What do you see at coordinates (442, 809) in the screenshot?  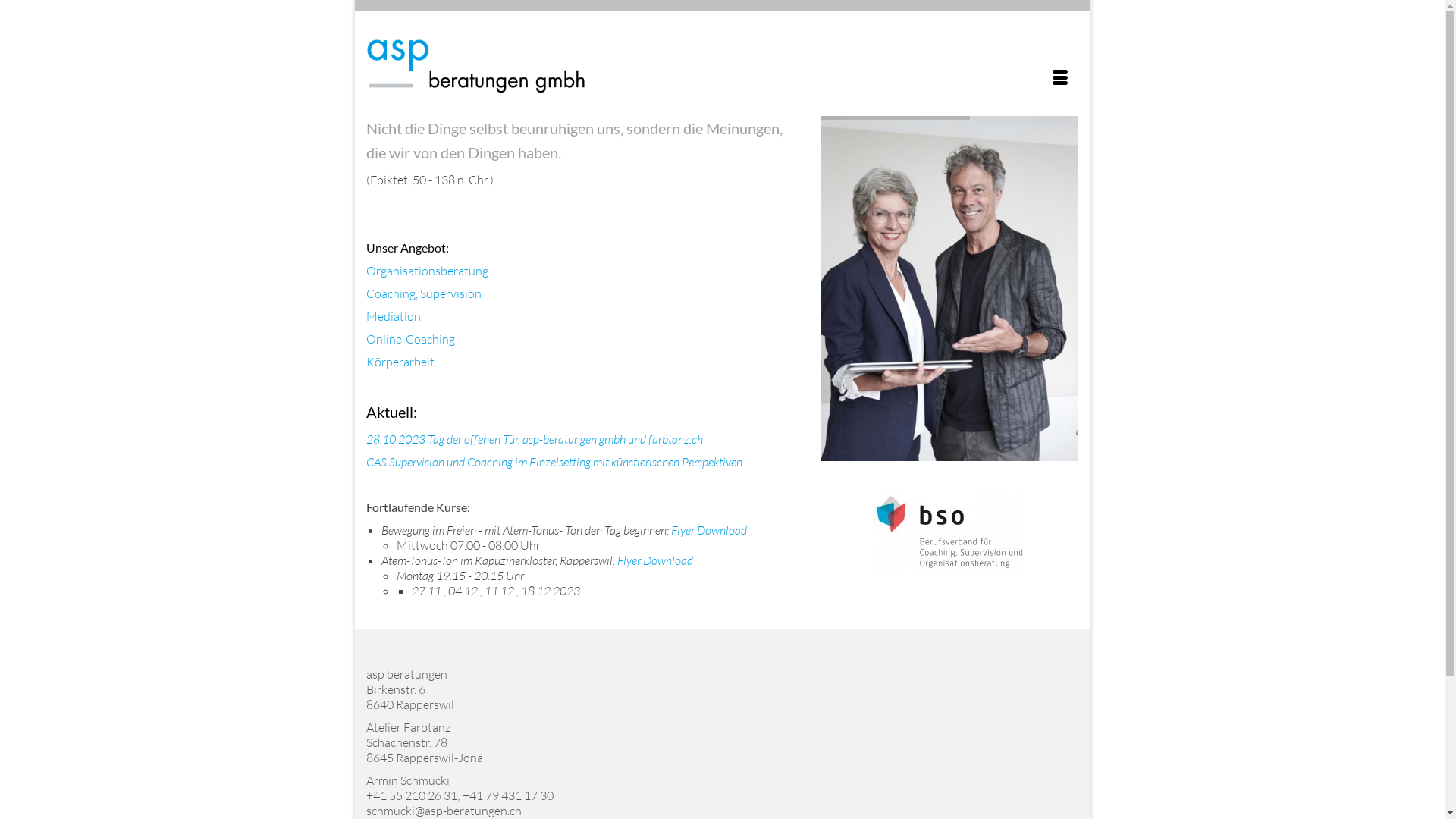 I see `'schmucki@asp-beratungen.ch'` at bounding box center [442, 809].